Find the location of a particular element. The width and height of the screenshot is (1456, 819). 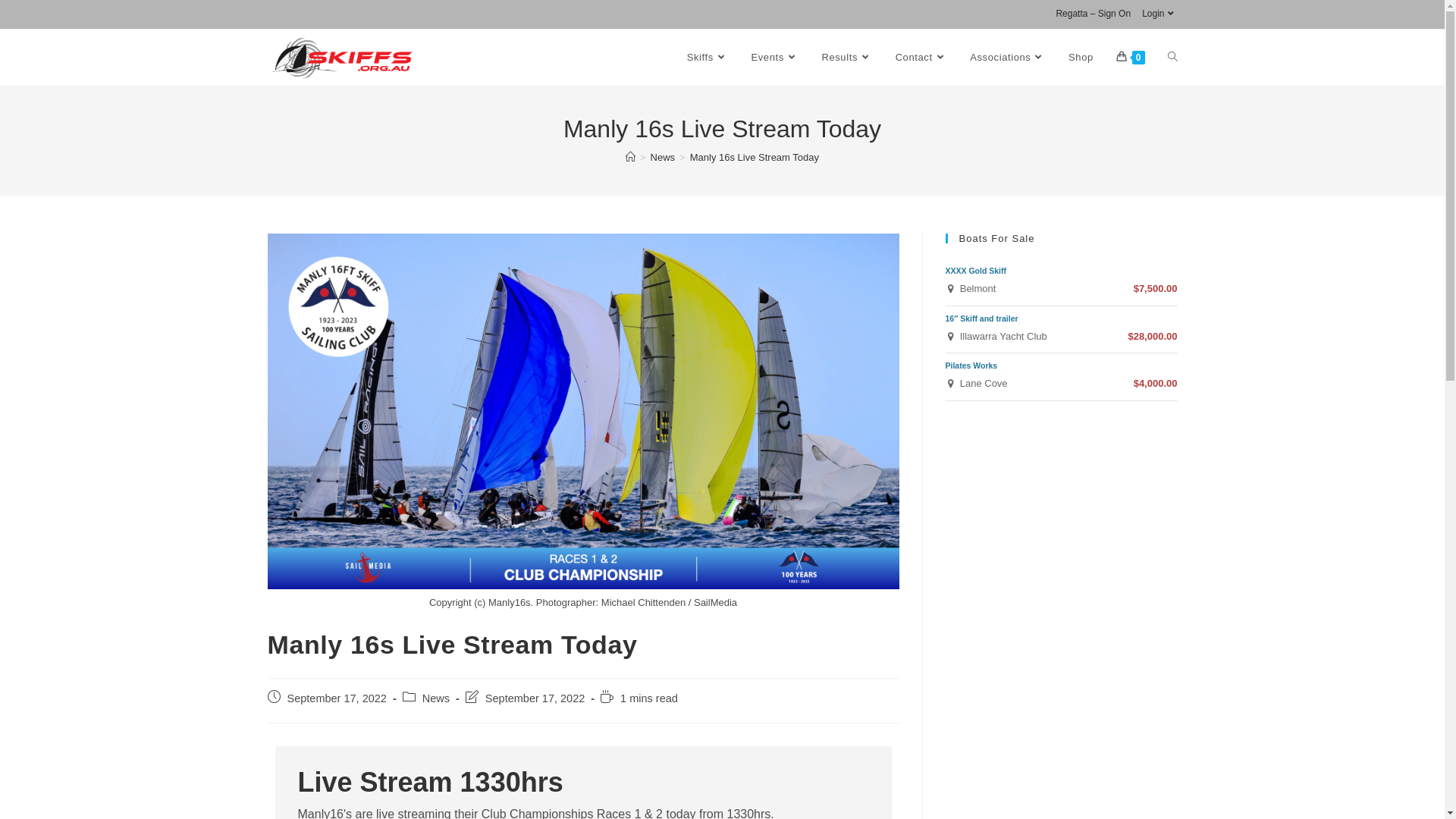

'Contact' is located at coordinates (921, 57).